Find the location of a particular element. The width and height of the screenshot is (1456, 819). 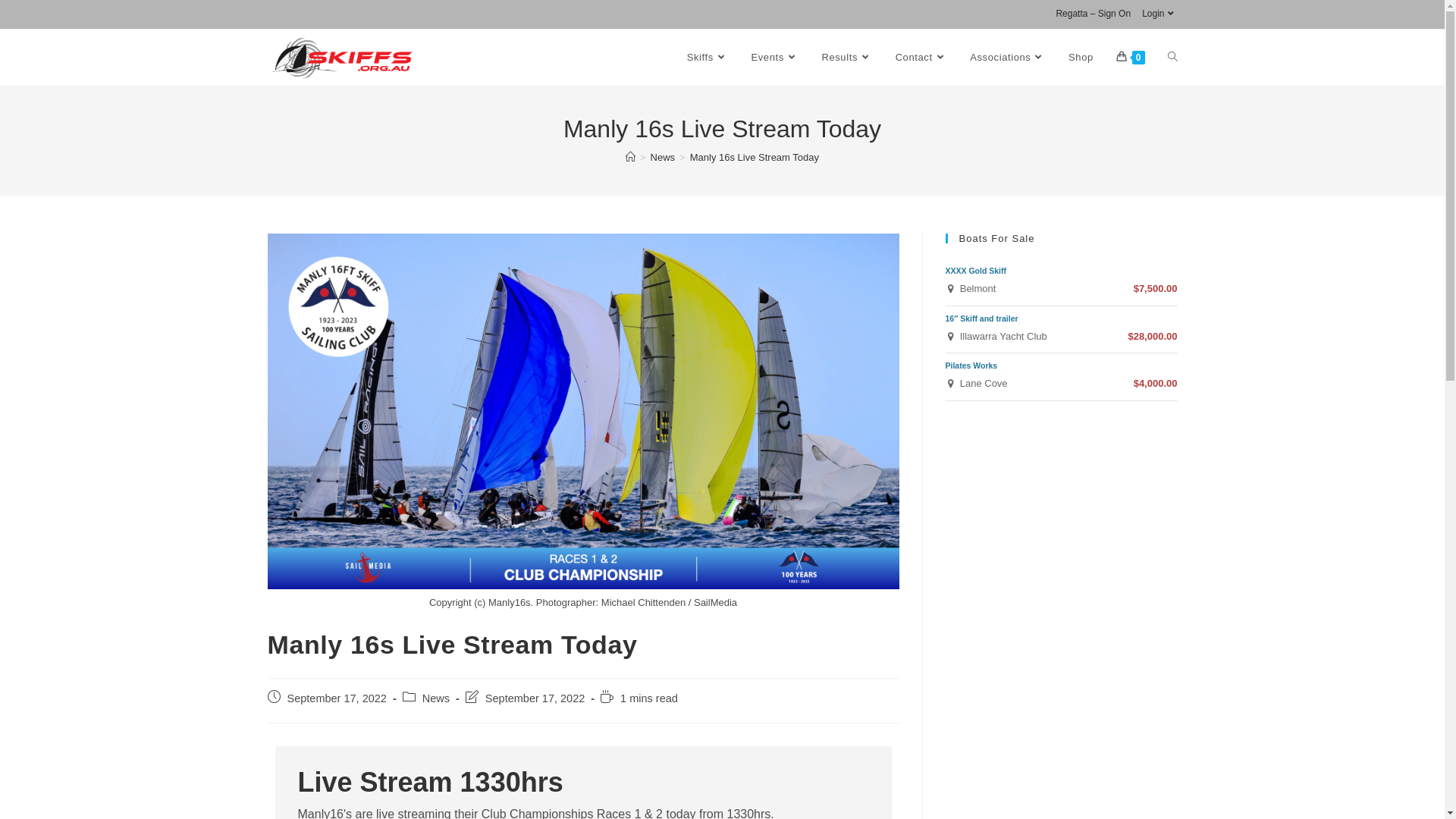

'Contact' is located at coordinates (921, 57).